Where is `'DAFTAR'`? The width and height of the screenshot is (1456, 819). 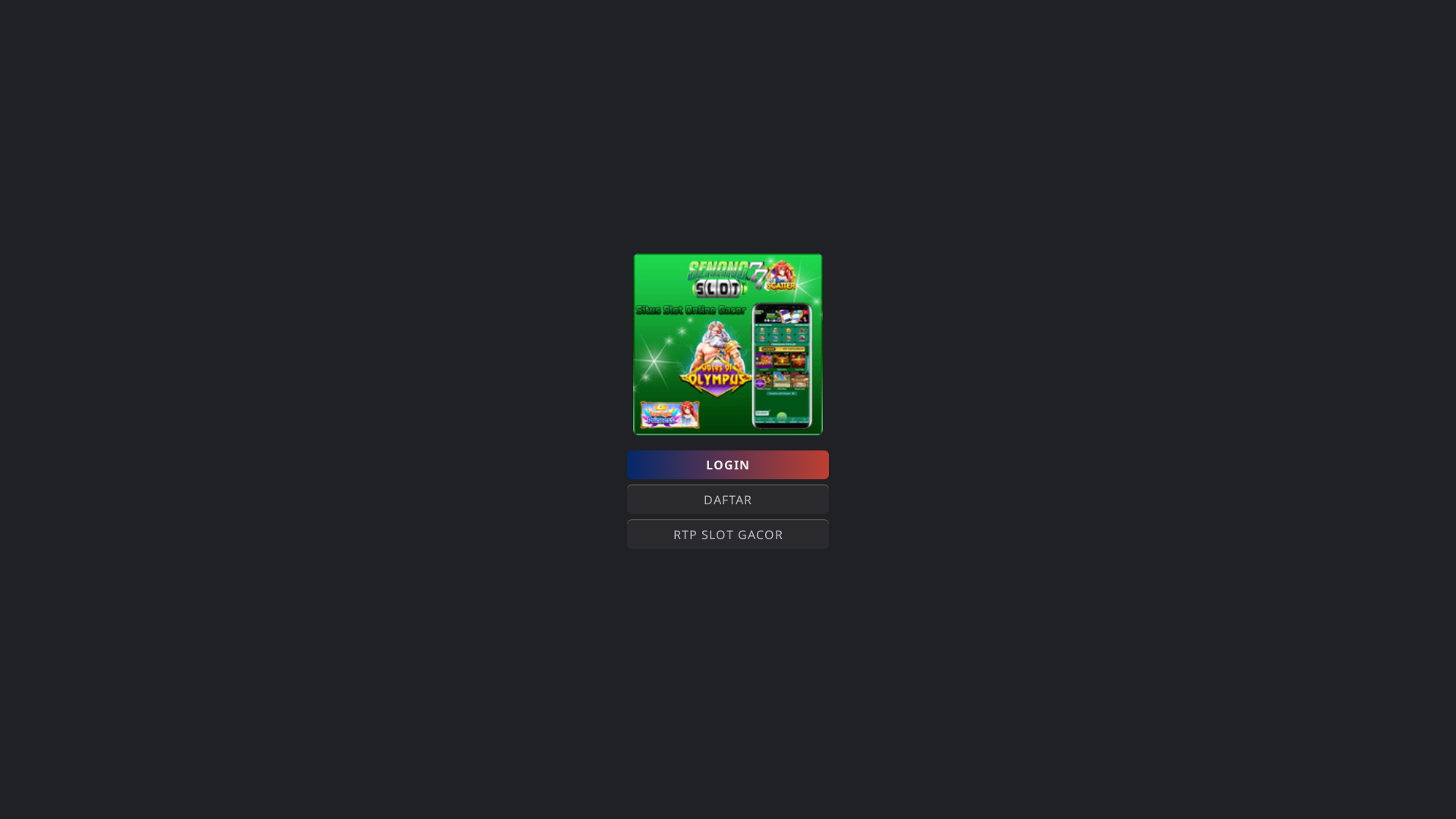
'DAFTAR' is located at coordinates (728, 500).